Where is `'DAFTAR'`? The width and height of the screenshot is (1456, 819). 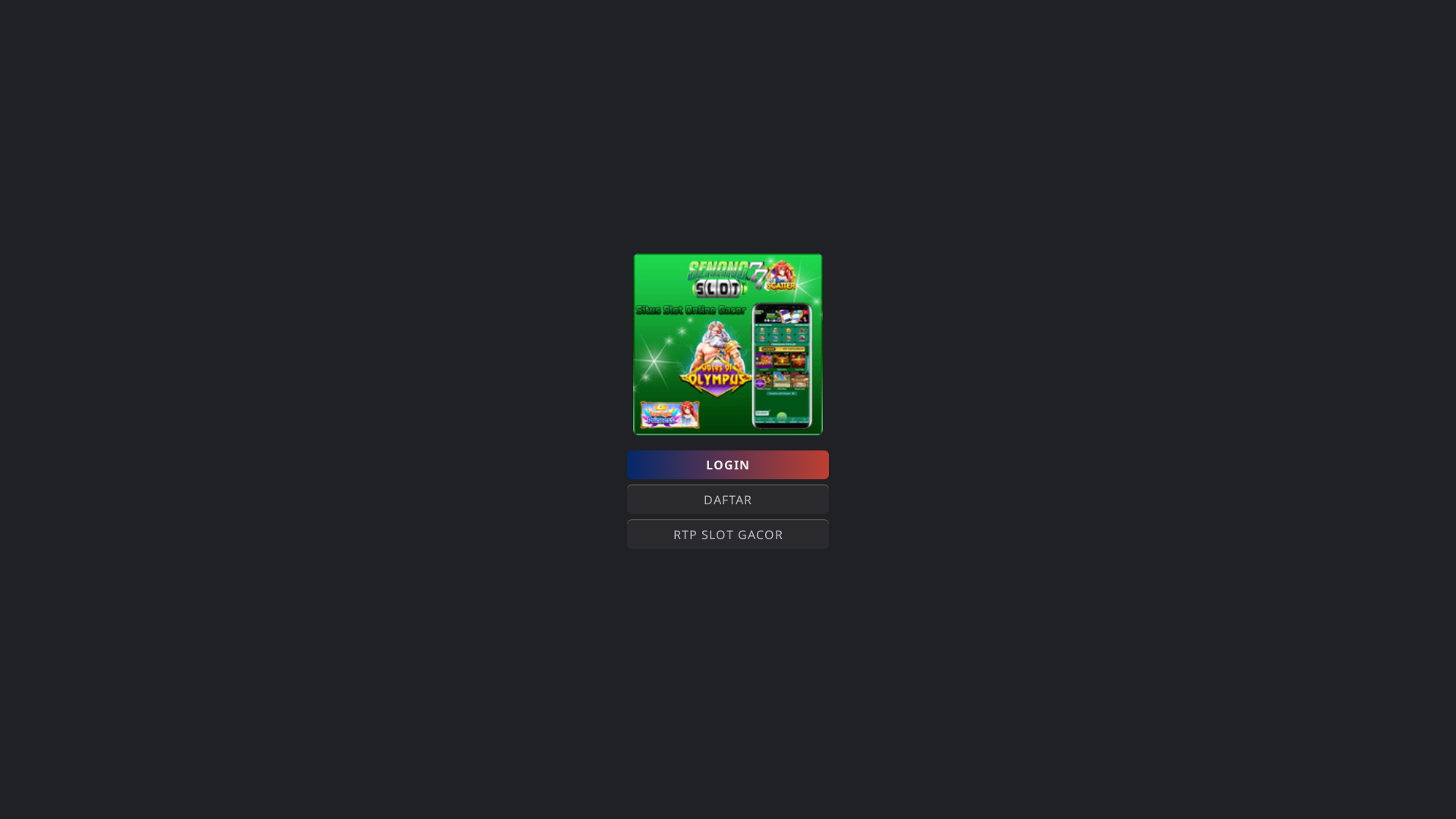
'DAFTAR' is located at coordinates (728, 500).